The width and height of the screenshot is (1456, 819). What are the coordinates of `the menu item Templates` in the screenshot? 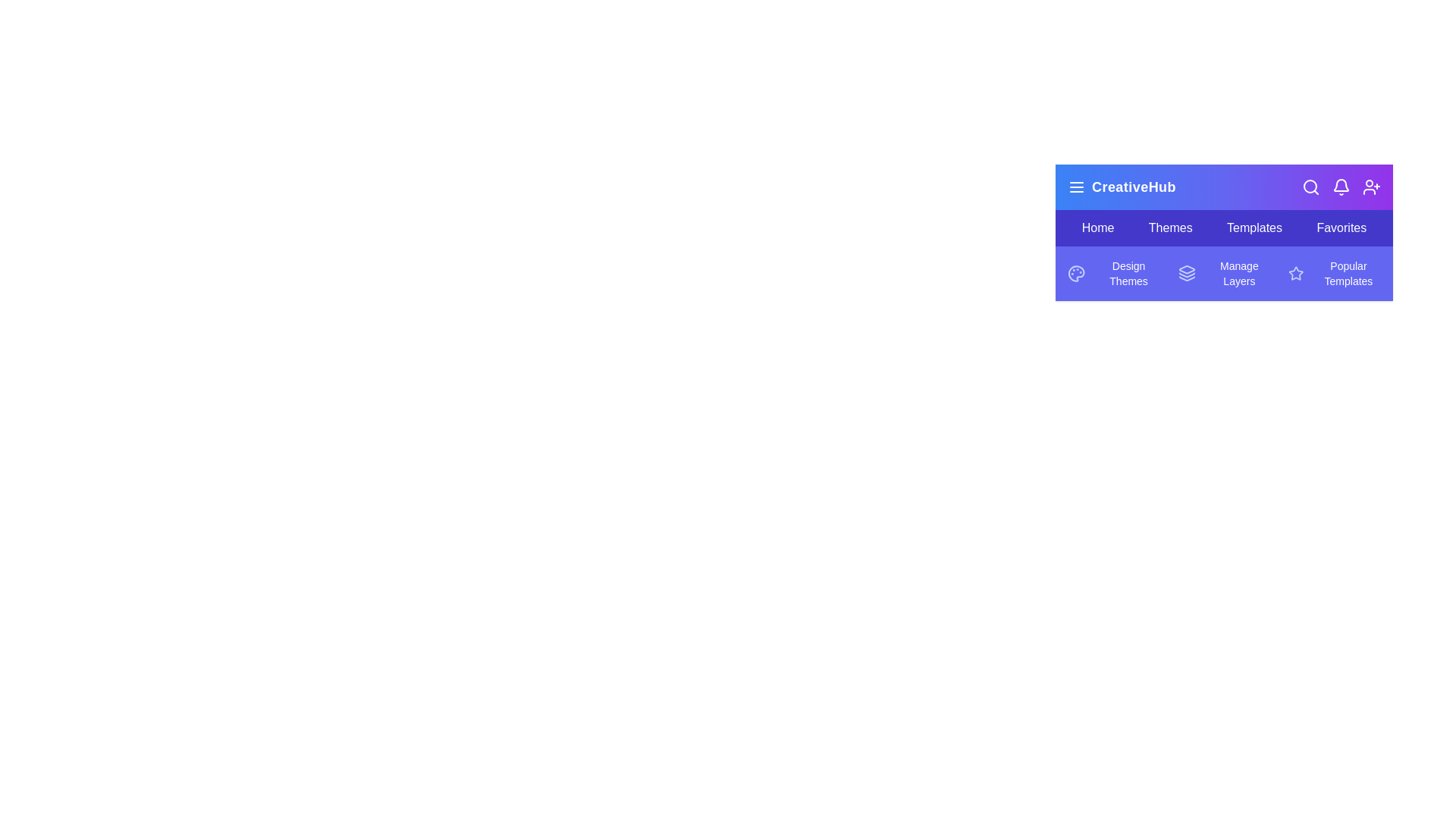 It's located at (1254, 227).